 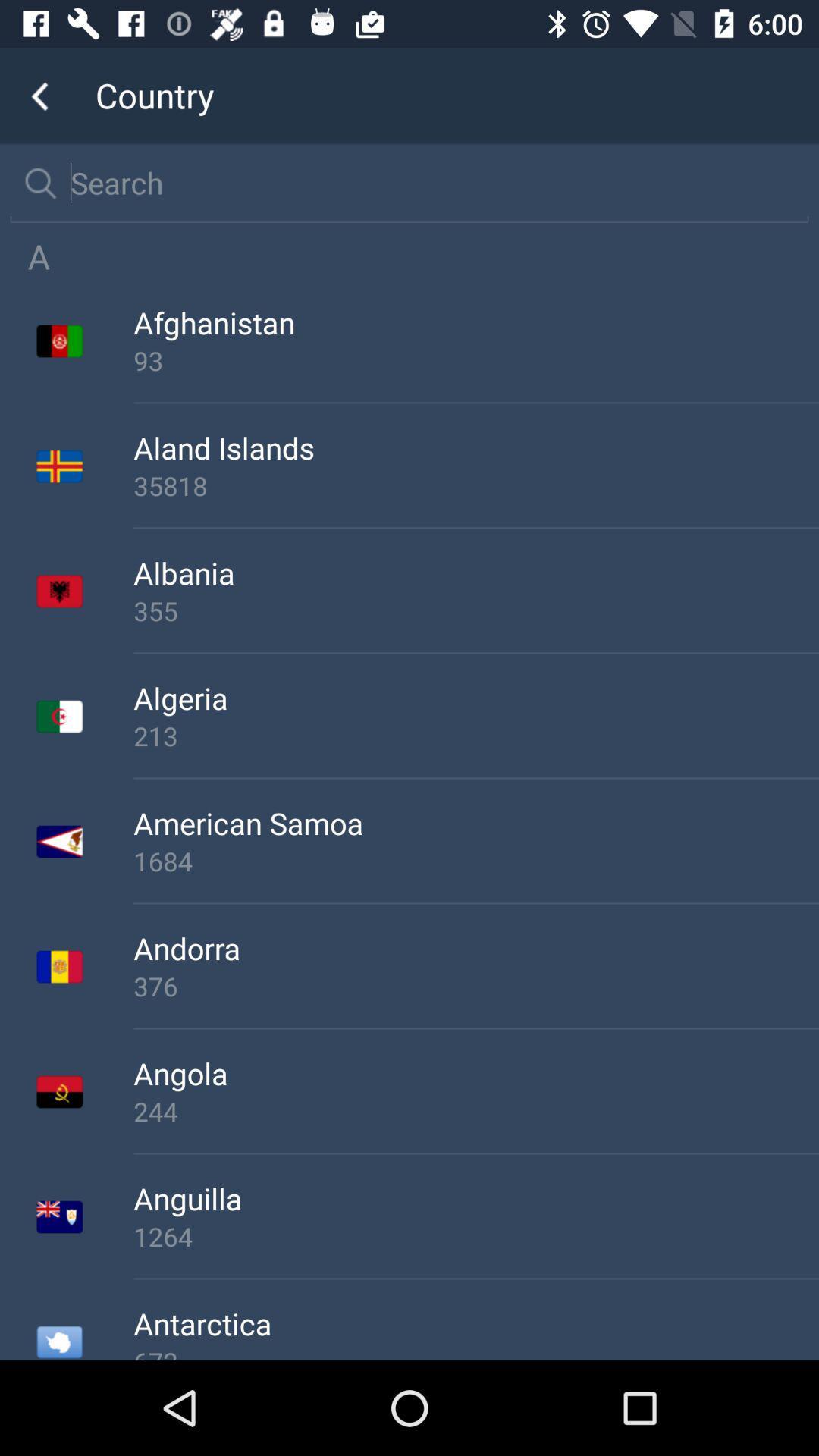 I want to click on the aland islands icon, so click(x=475, y=447).